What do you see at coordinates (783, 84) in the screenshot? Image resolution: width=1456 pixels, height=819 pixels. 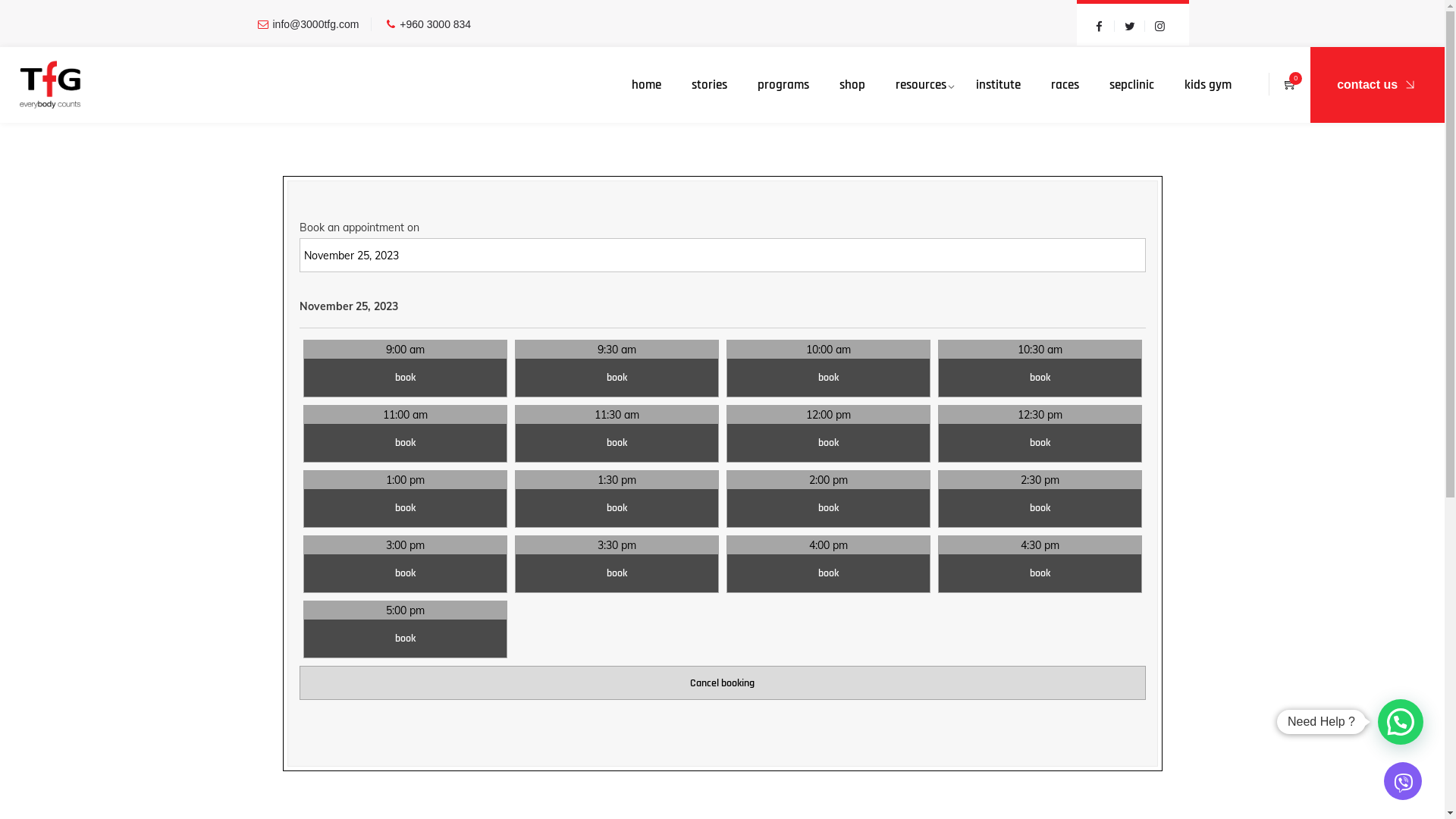 I see `'programs'` at bounding box center [783, 84].